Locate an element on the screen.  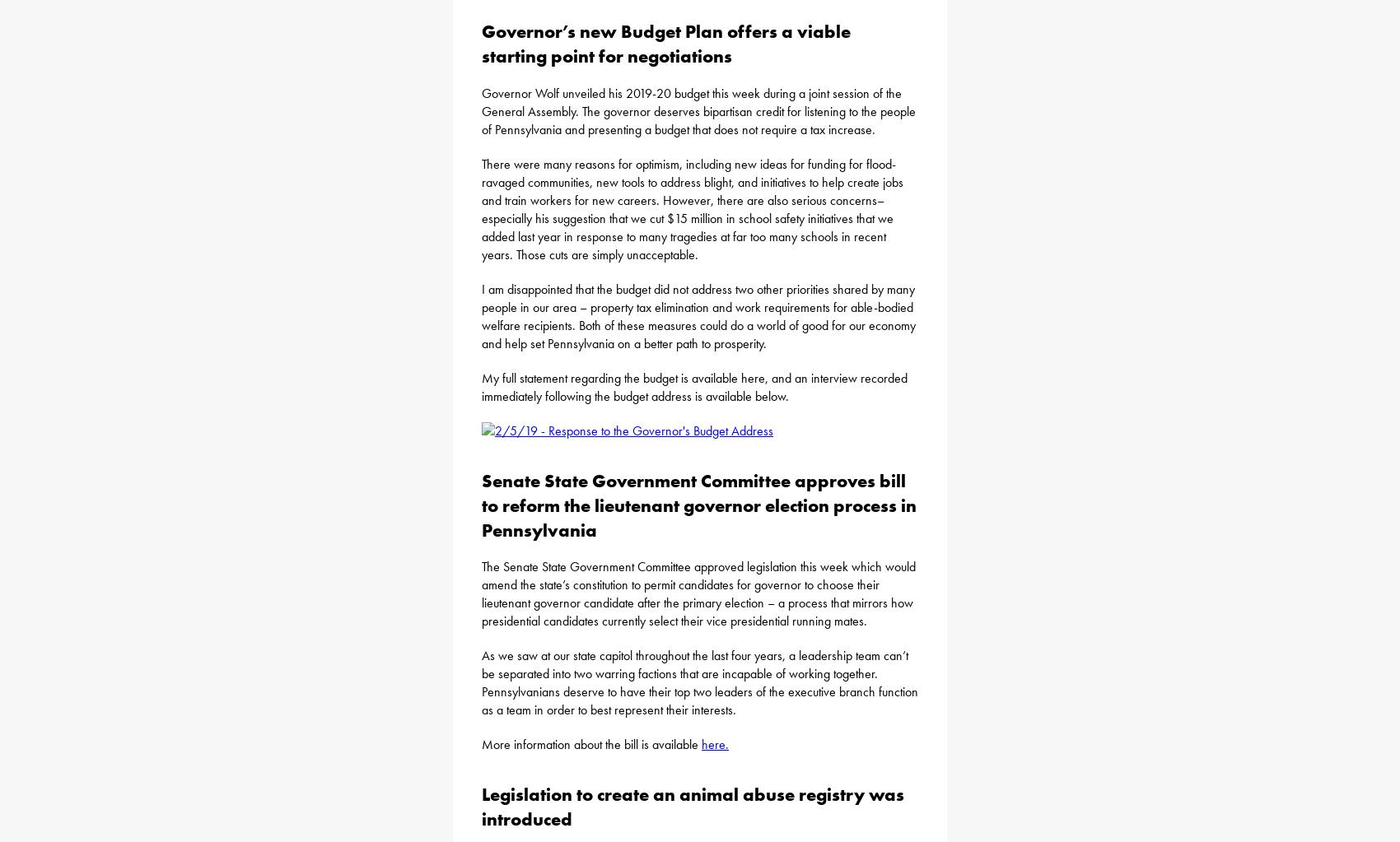
'Legislation to create an animal abuse registry was introduced' is located at coordinates (692, 806).